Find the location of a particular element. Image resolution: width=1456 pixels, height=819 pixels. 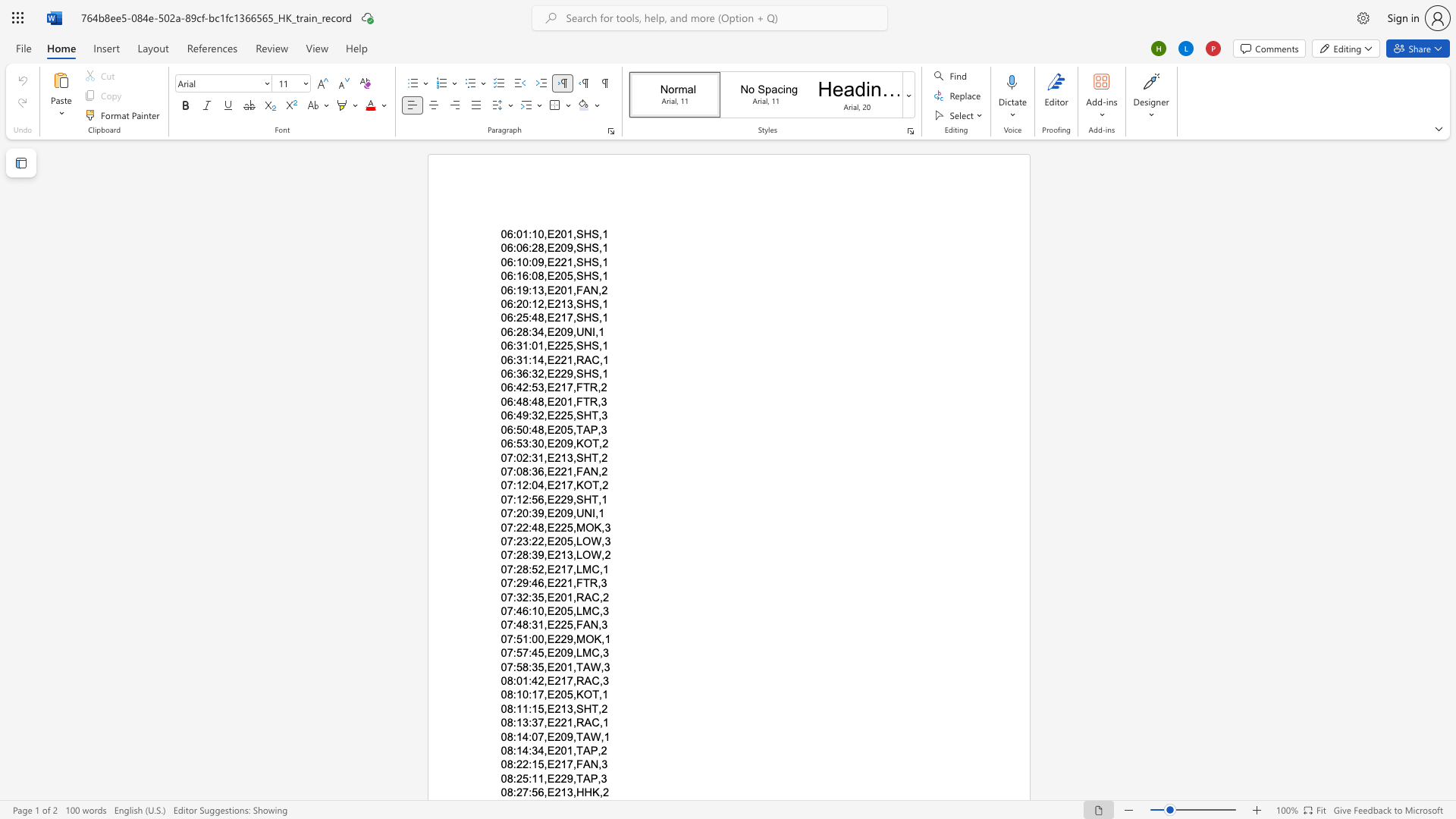

the subset text ":39,E213" within the text "07:28:39,E213,LOW,2" is located at coordinates (529, 555).